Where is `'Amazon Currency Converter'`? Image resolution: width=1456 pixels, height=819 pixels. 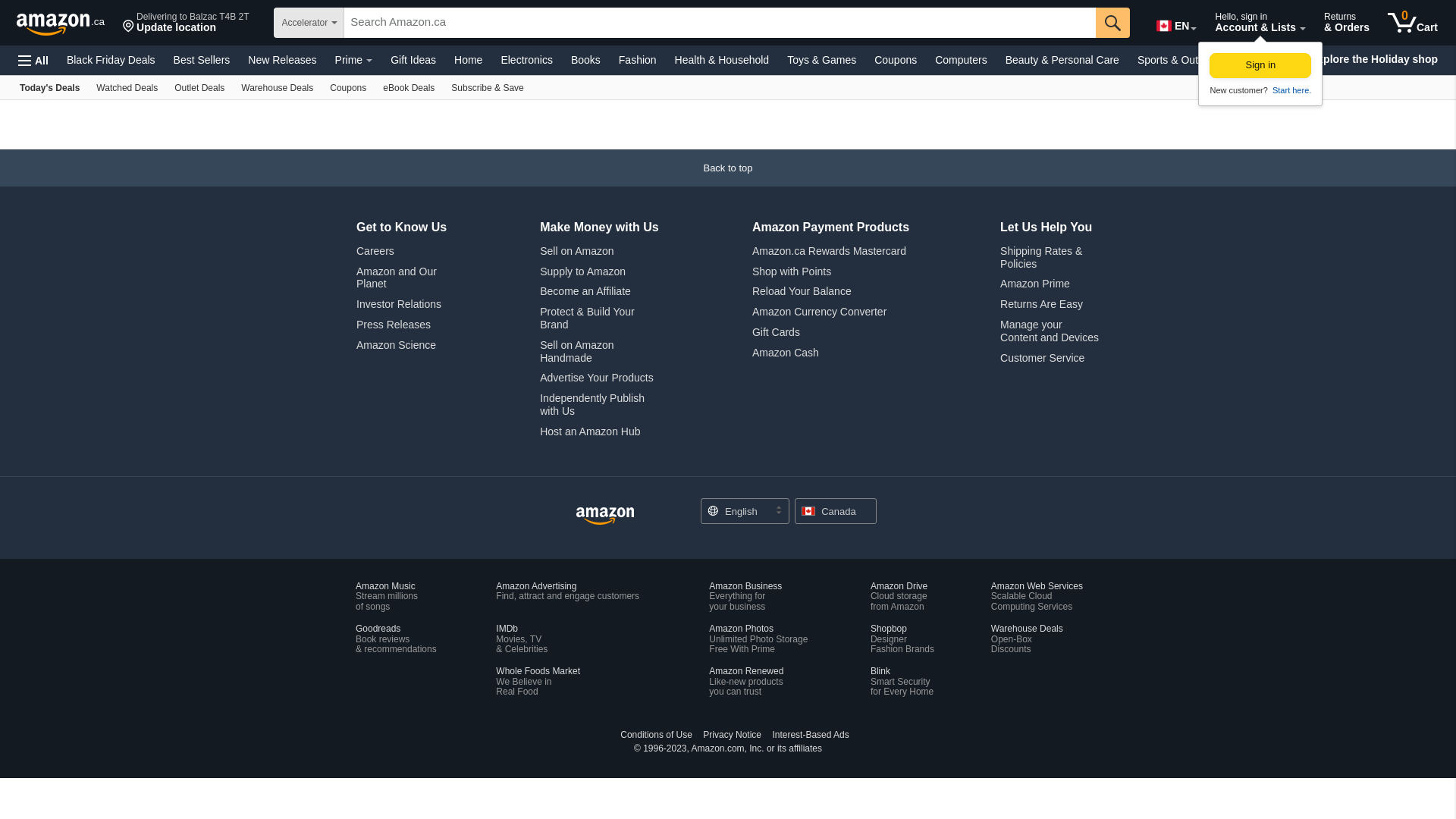 'Amazon Currency Converter' is located at coordinates (818, 311).